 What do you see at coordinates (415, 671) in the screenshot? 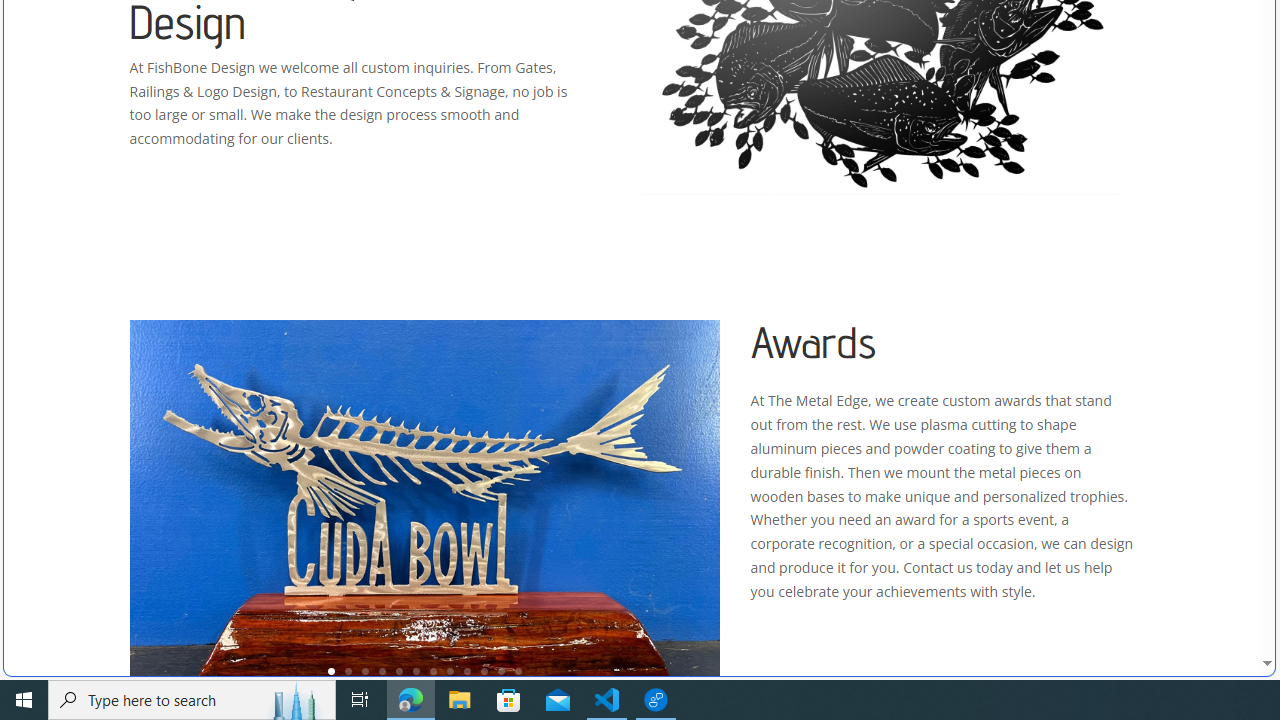
I see `'6'` at bounding box center [415, 671].